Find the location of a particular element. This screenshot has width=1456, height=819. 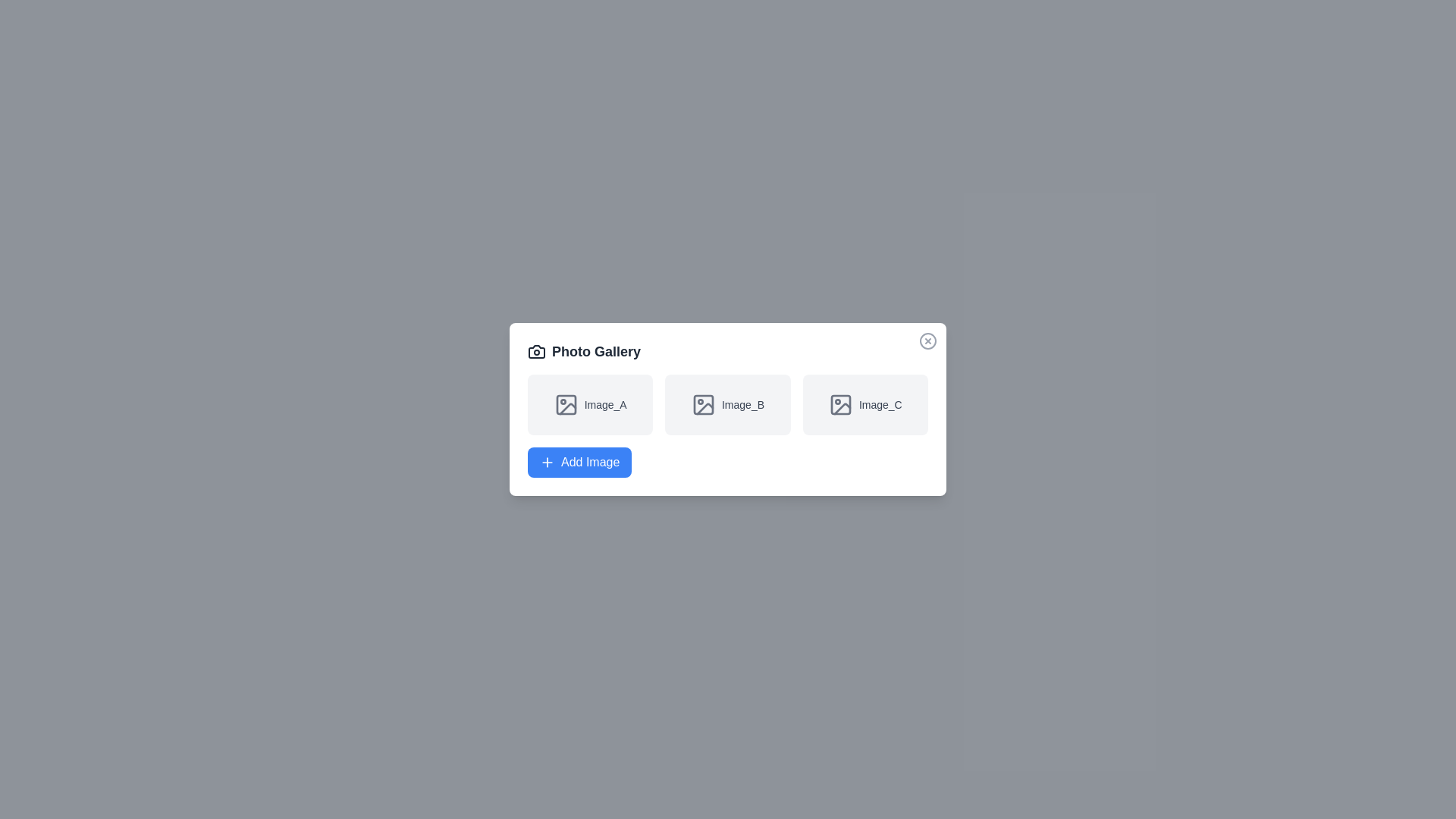

the close button to close the dialog is located at coordinates (927, 341).